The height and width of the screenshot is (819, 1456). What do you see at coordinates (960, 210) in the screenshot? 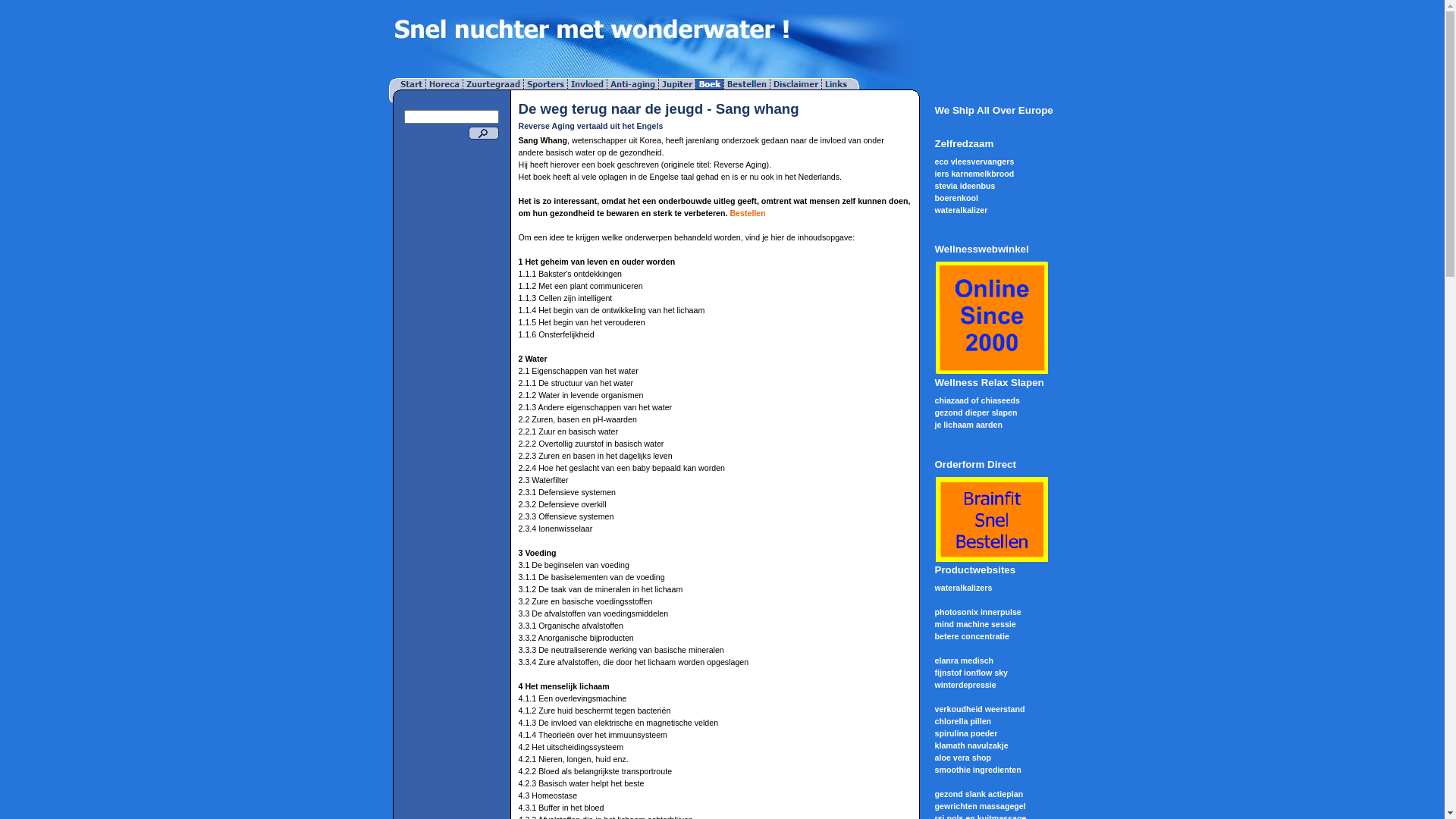
I see `'wateralkalizer'` at bounding box center [960, 210].